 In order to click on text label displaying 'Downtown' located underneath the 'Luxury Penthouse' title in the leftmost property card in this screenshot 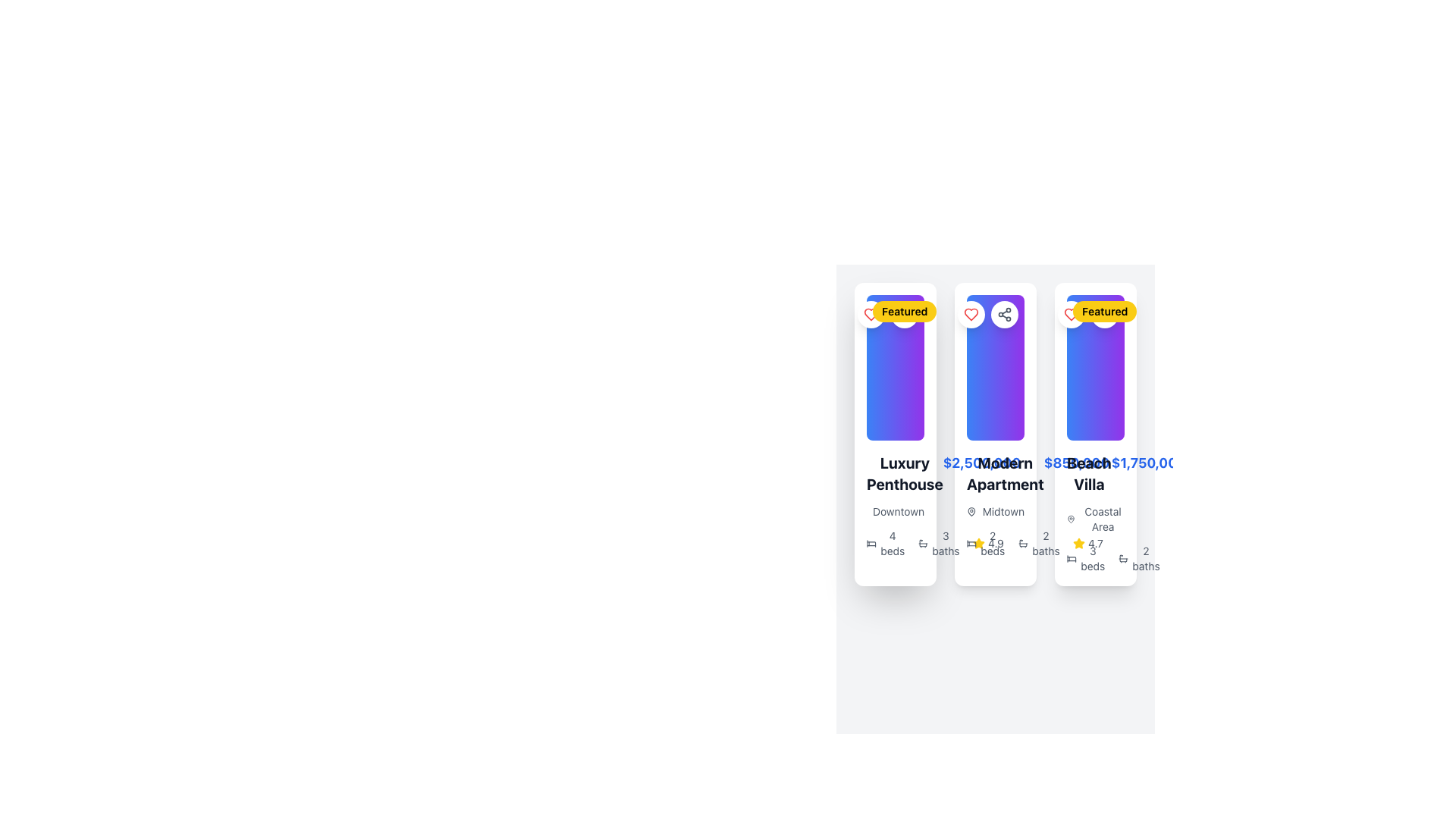, I will do `click(899, 512)`.